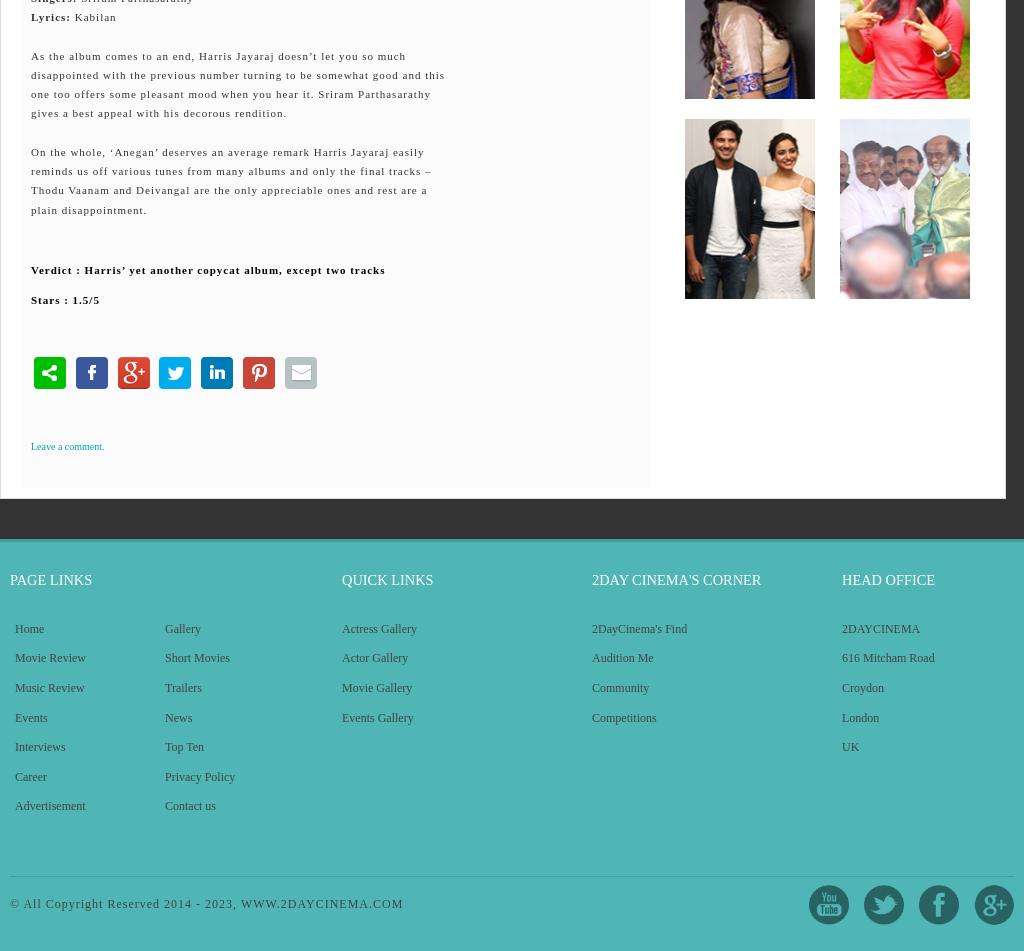  I want to click on '2DayCinema's Find', so click(639, 627).